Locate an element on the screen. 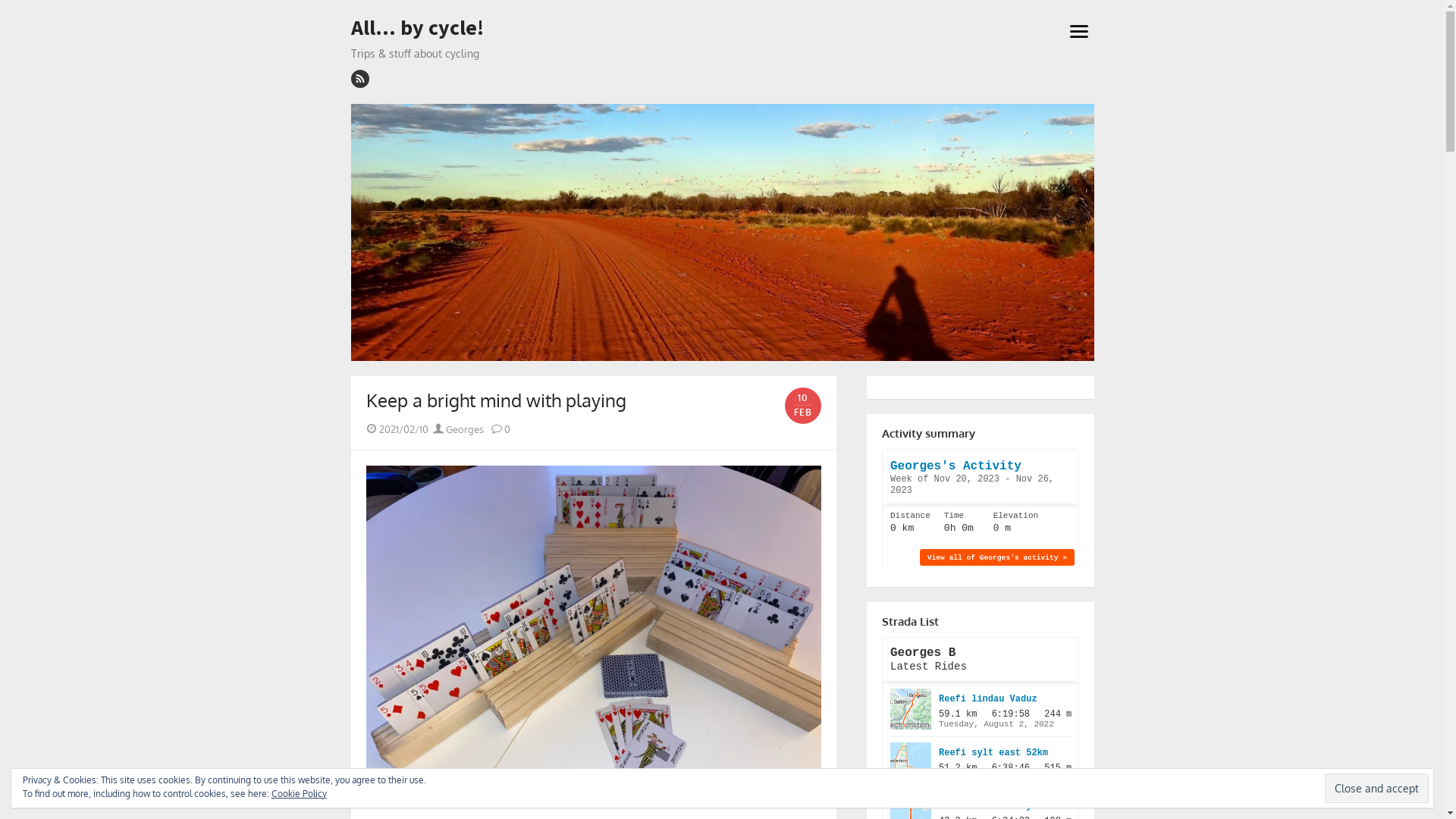 The width and height of the screenshot is (1456, 819). 'open menu' is located at coordinates (1077, 30).